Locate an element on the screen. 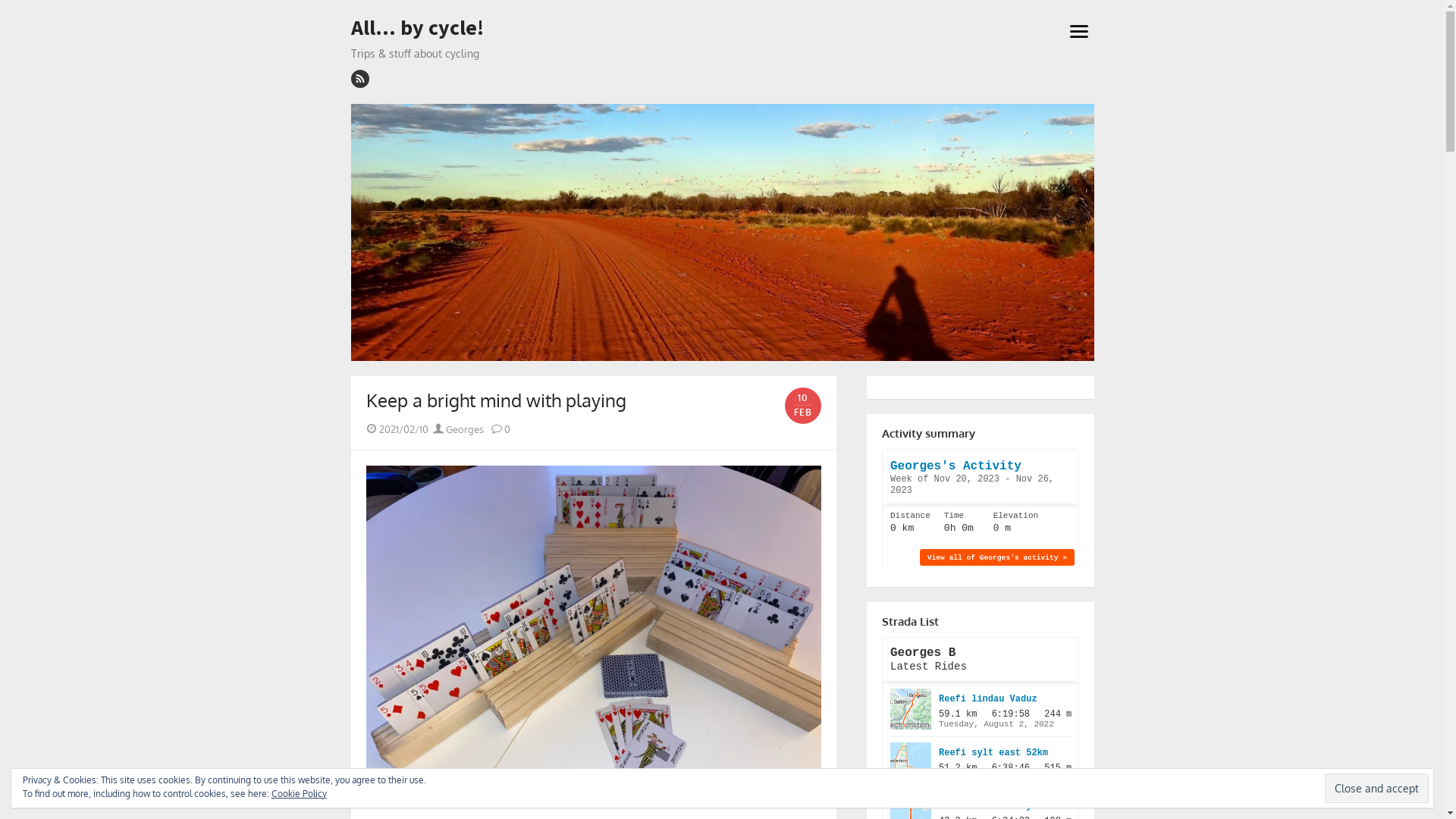 The width and height of the screenshot is (1456, 819). 'open menu' is located at coordinates (1077, 30).